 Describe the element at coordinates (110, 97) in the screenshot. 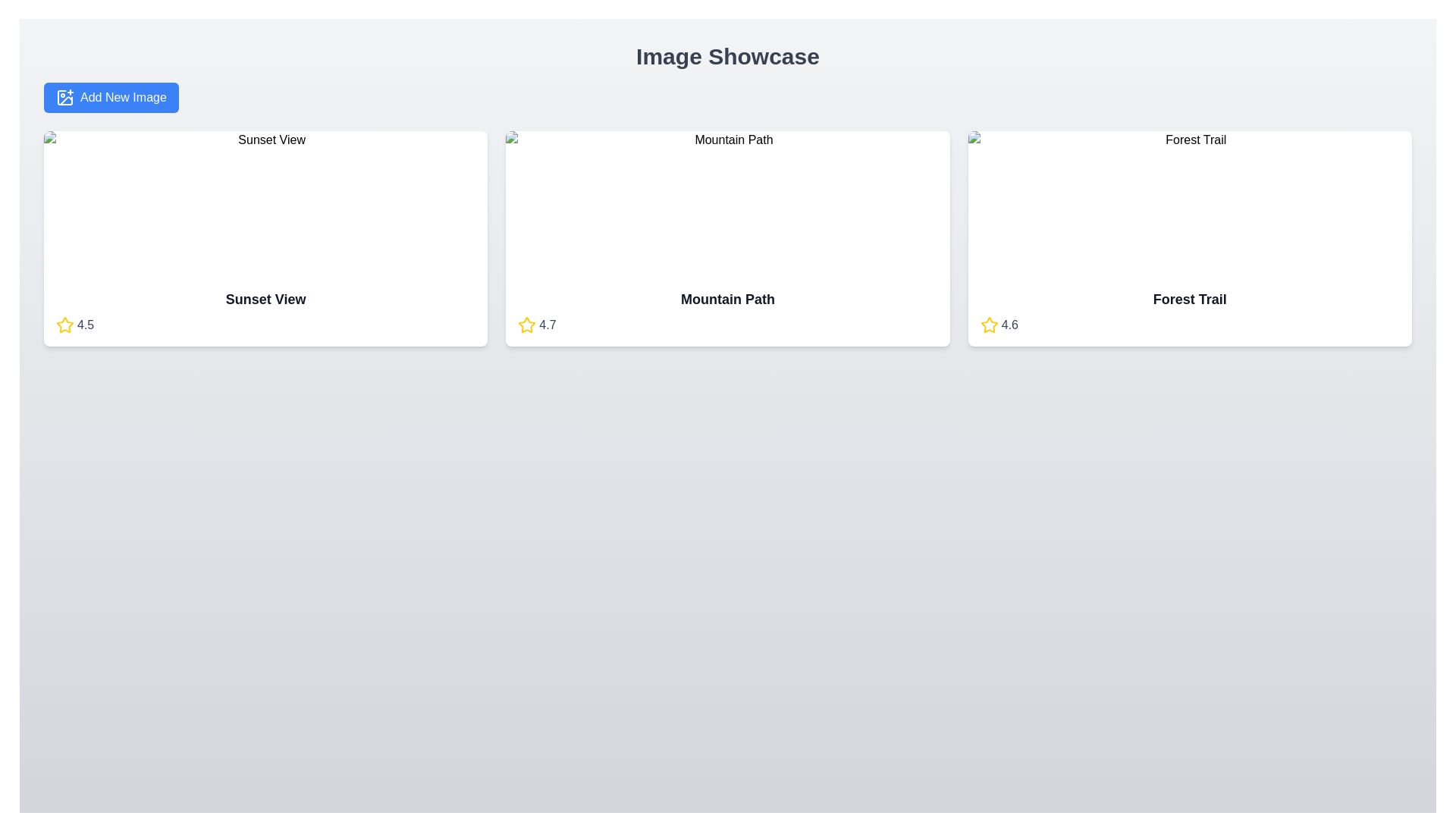

I see `the blue rectangular button labeled 'Add New Image'` at that location.